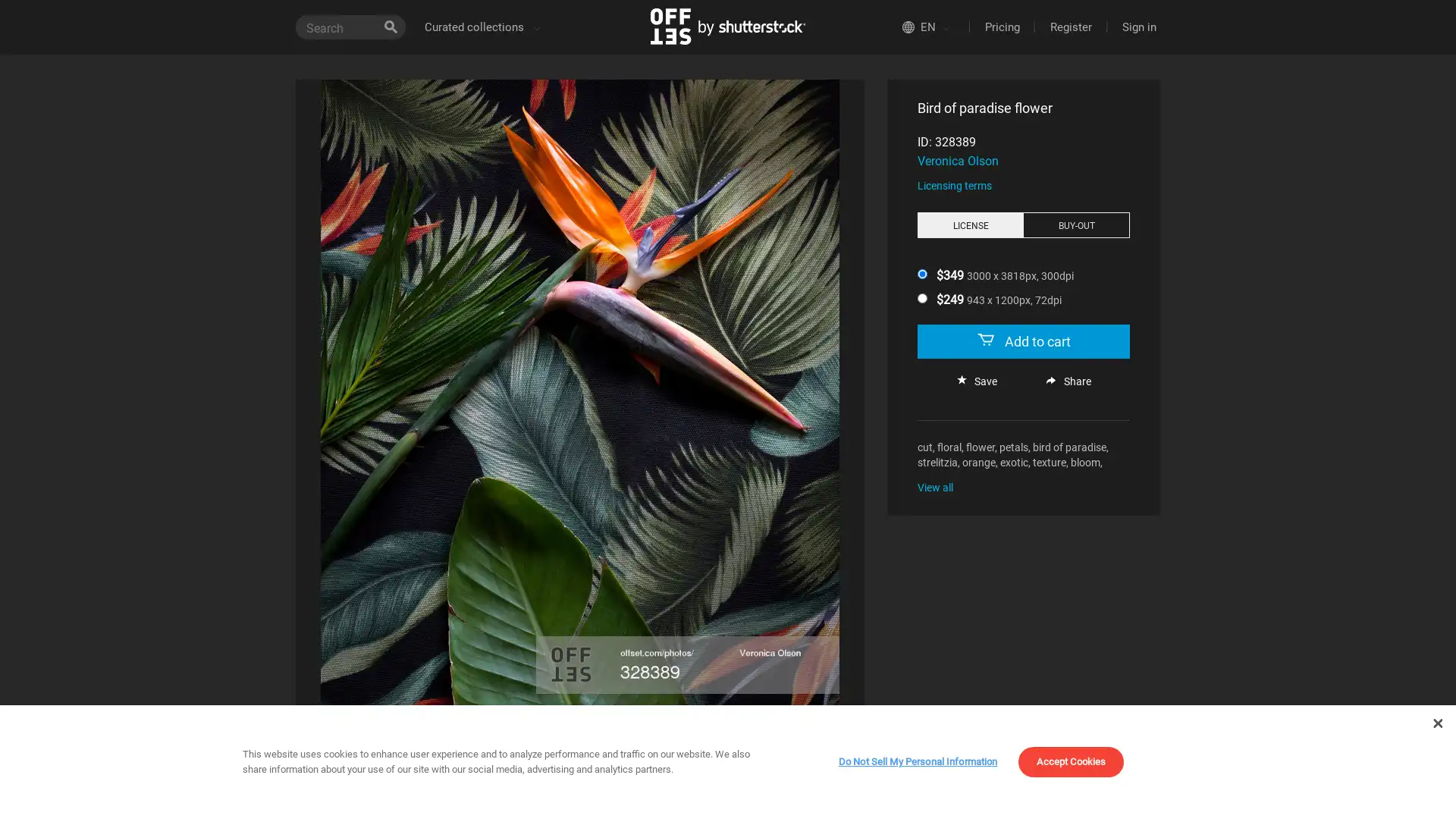 The height and width of the screenshot is (819, 1456). I want to click on Accept Cookies, so click(1070, 761).